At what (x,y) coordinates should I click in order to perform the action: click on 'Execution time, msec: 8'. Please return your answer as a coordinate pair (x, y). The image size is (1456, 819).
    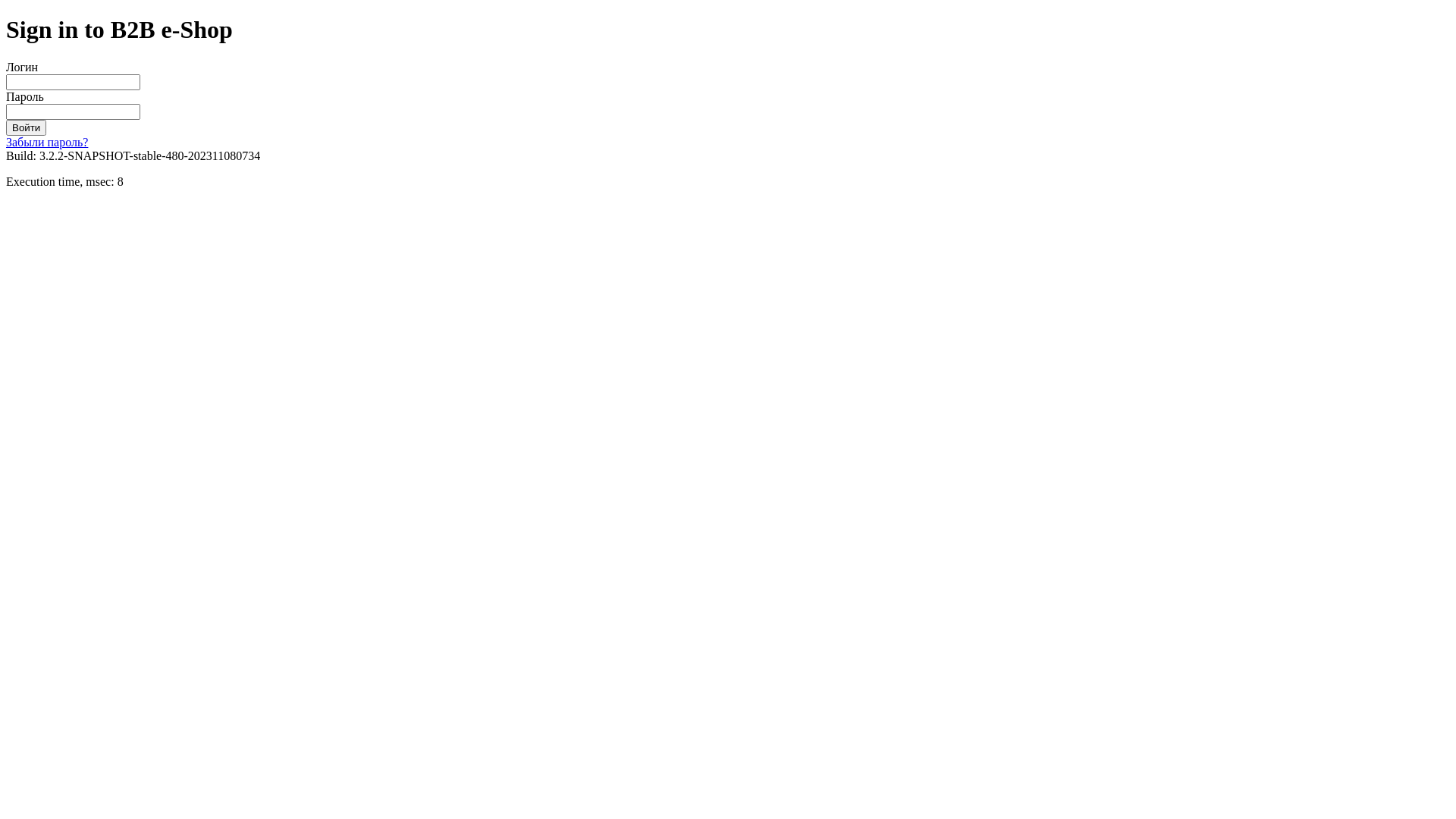
    Looking at the image, I should click on (64, 180).